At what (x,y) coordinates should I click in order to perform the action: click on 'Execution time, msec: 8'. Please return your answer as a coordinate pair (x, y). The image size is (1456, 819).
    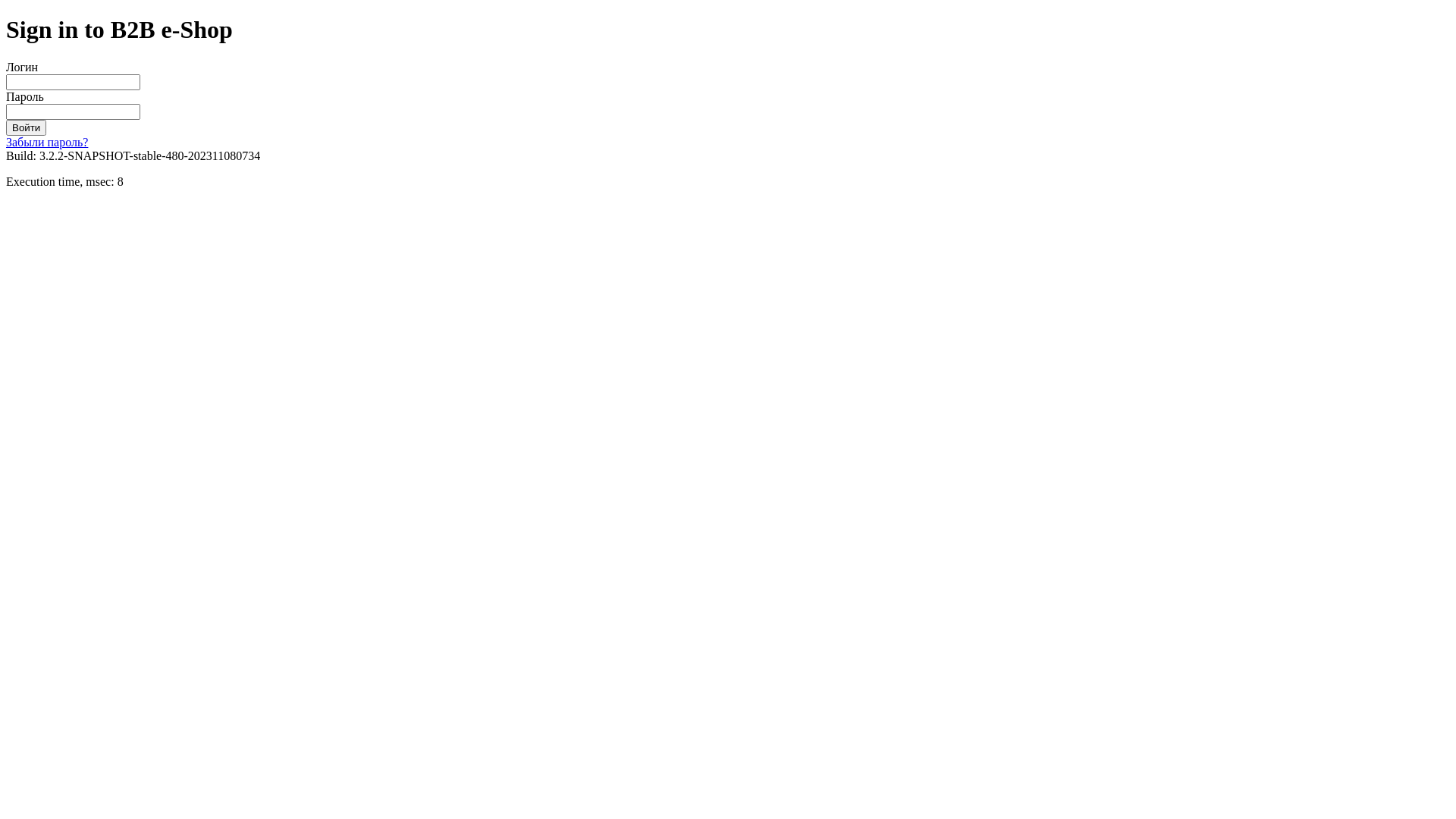
    Looking at the image, I should click on (64, 180).